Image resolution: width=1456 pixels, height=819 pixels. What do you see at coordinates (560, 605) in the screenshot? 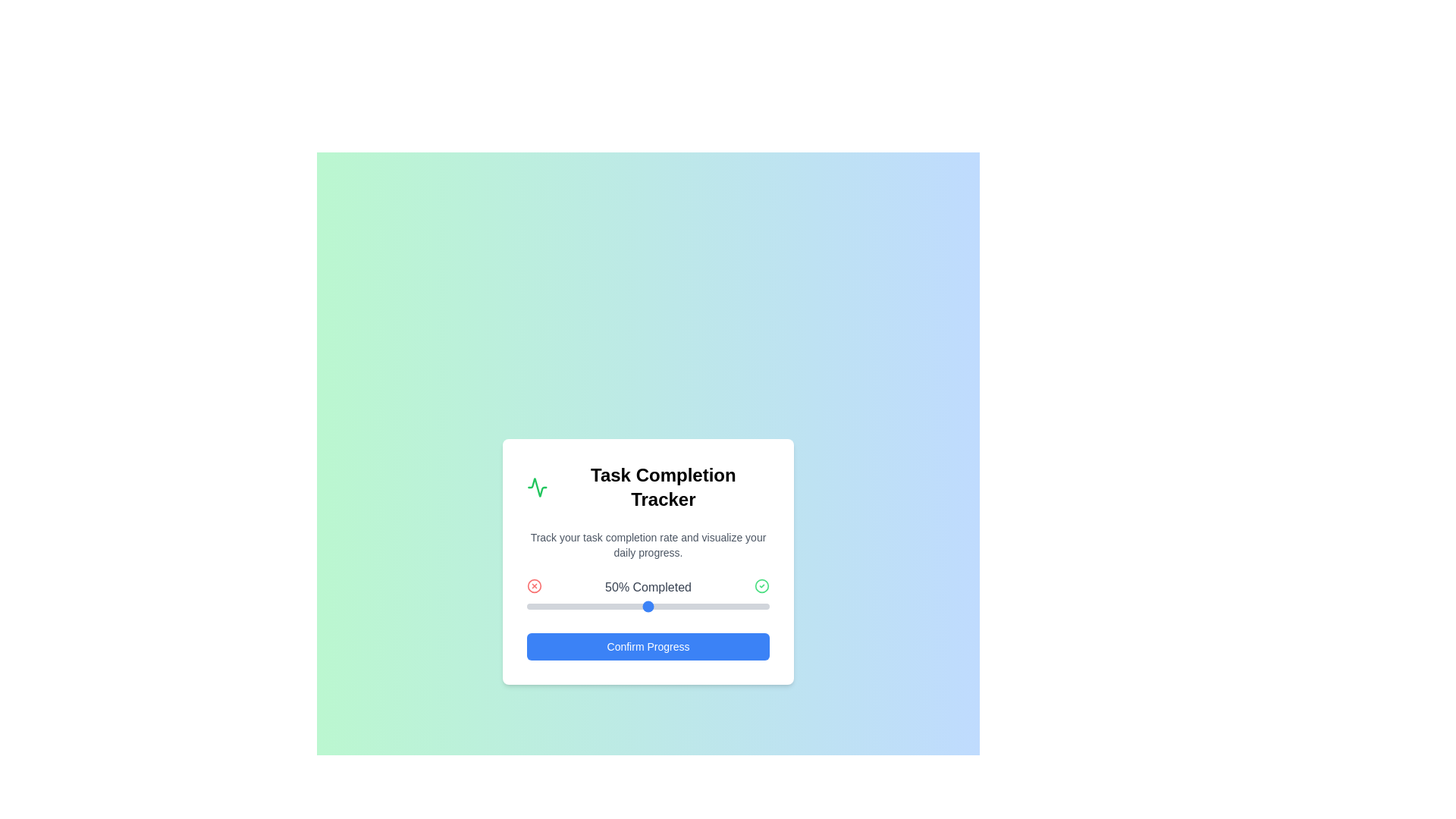
I see `the progress slider to 14%` at bounding box center [560, 605].